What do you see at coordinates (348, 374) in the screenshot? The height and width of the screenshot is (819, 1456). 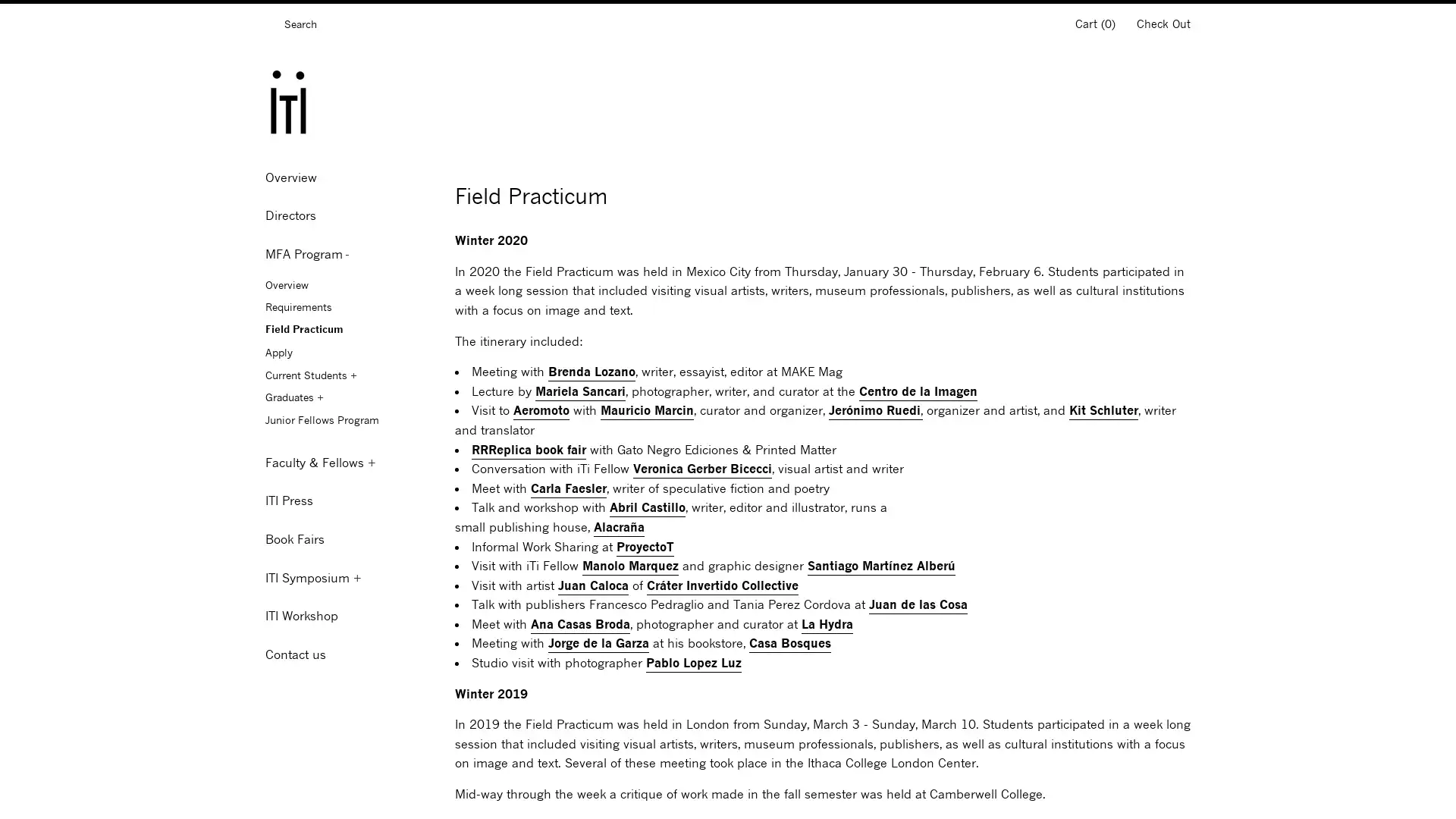 I see `Current Students` at bounding box center [348, 374].